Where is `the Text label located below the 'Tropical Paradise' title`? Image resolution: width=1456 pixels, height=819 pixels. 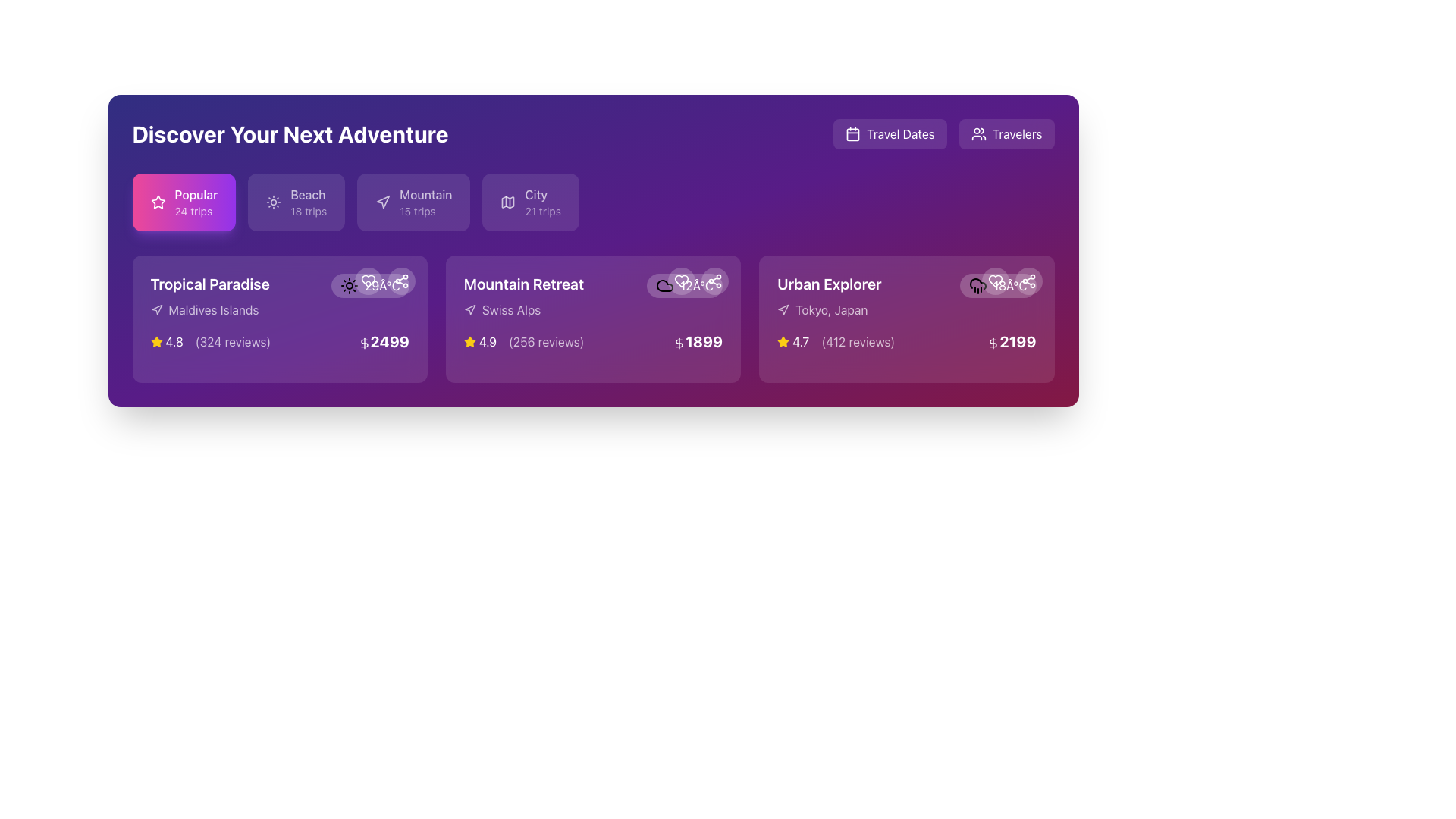 the Text label located below the 'Tropical Paradise' title is located at coordinates (213, 309).